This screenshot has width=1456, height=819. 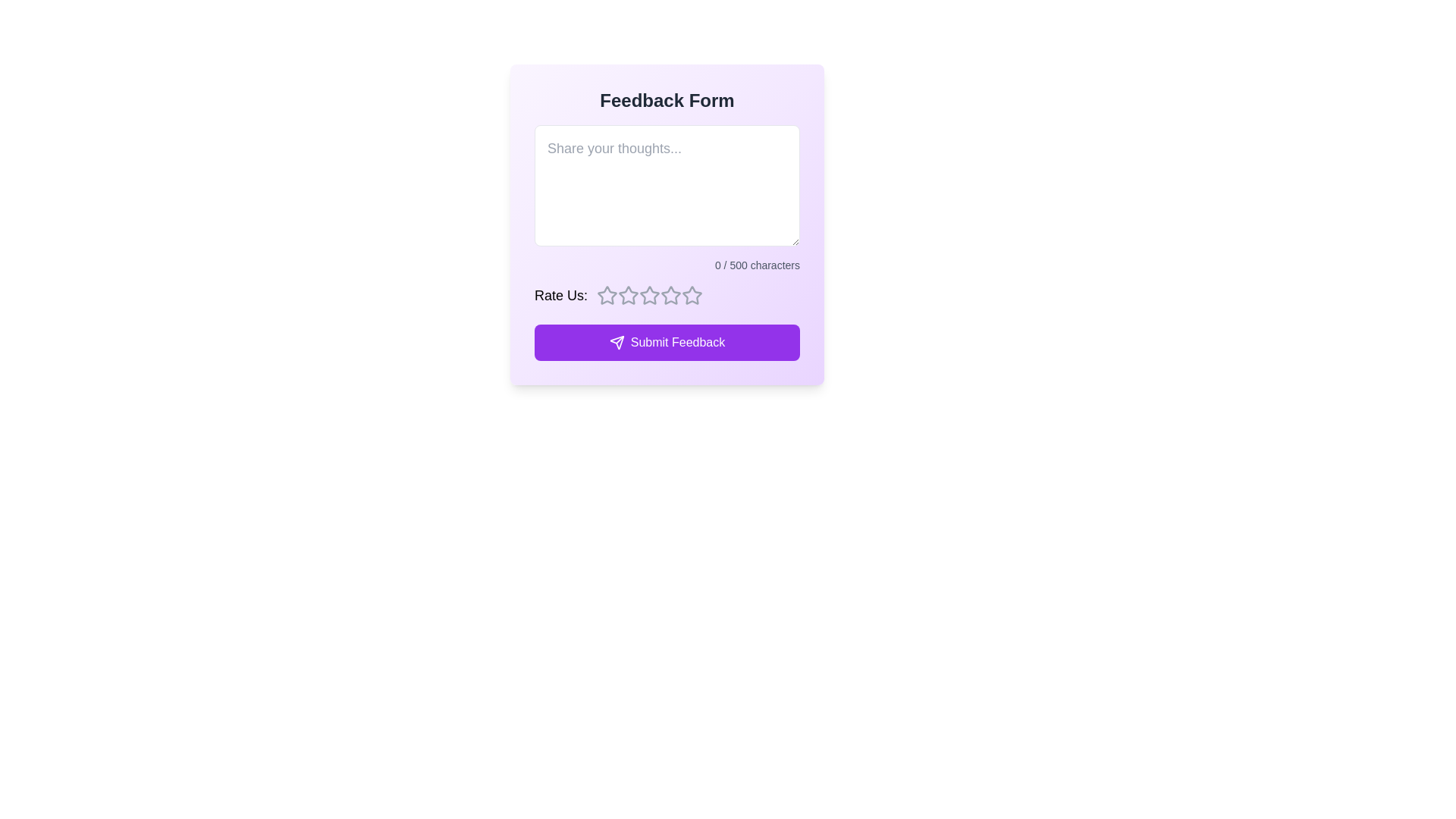 What do you see at coordinates (667, 342) in the screenshot?
I see `the 'Submit Feedback' button, which is a rectangular button with rounded corners and a purple background that changes to a darker purple on hover` at bounding box center [667, 342].